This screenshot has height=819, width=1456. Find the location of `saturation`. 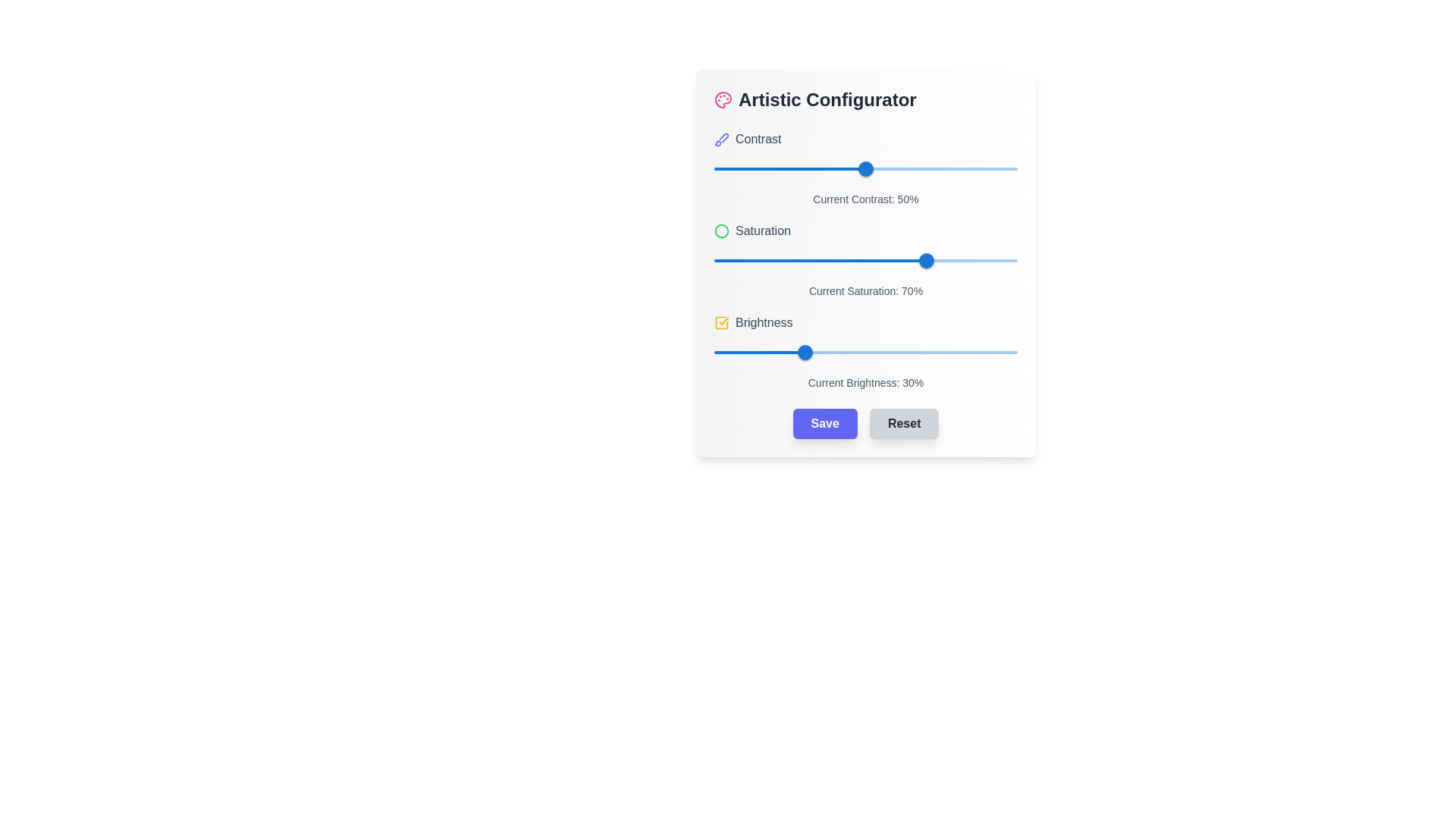

saturation is located at coordinates (873, 259).